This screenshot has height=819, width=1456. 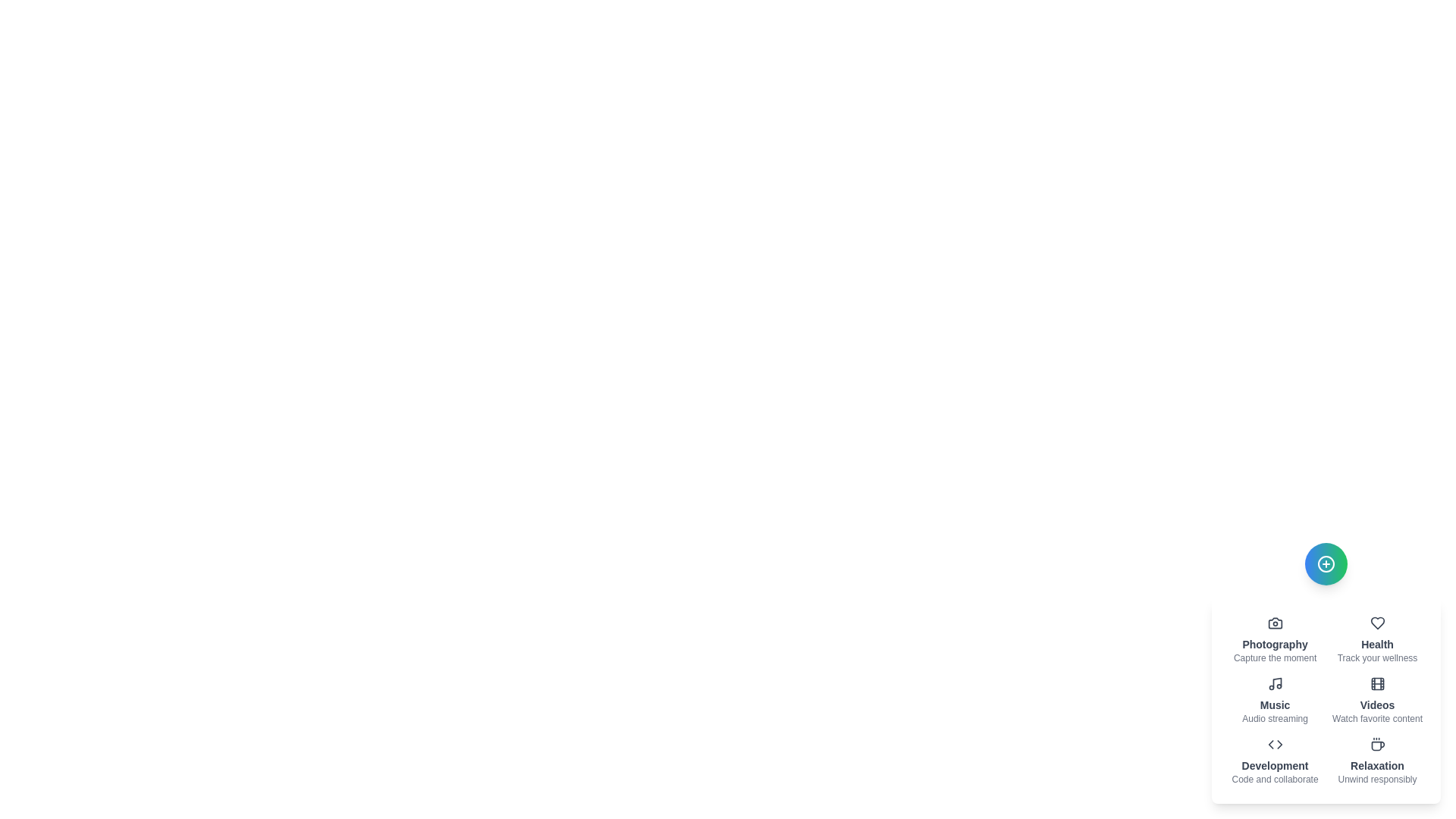 I want to click on the Health action item to activate its feature, so click(x=1377, y=640).